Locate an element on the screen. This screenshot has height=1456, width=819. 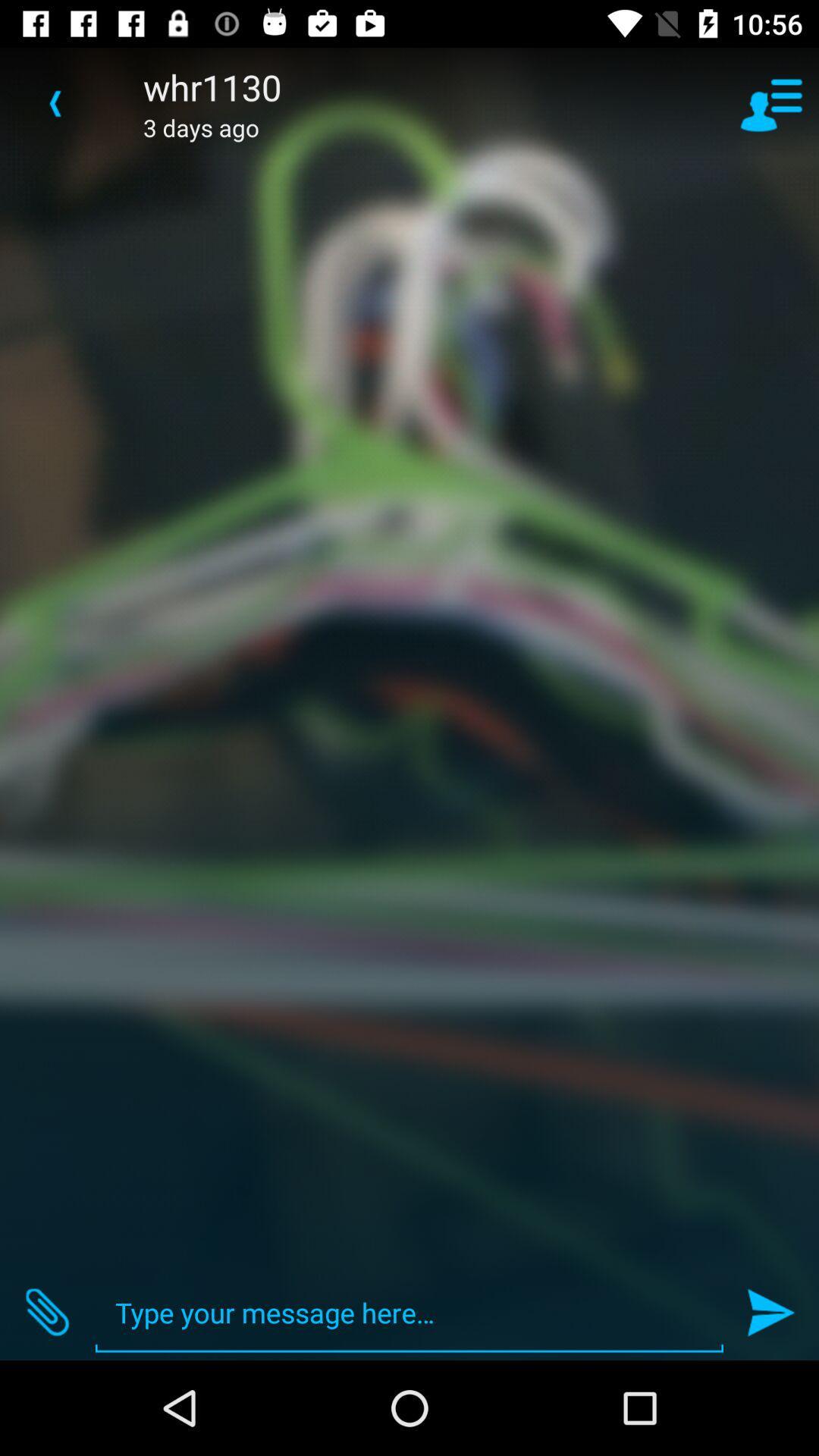
the send icon is located at coordinates (771, 1312).